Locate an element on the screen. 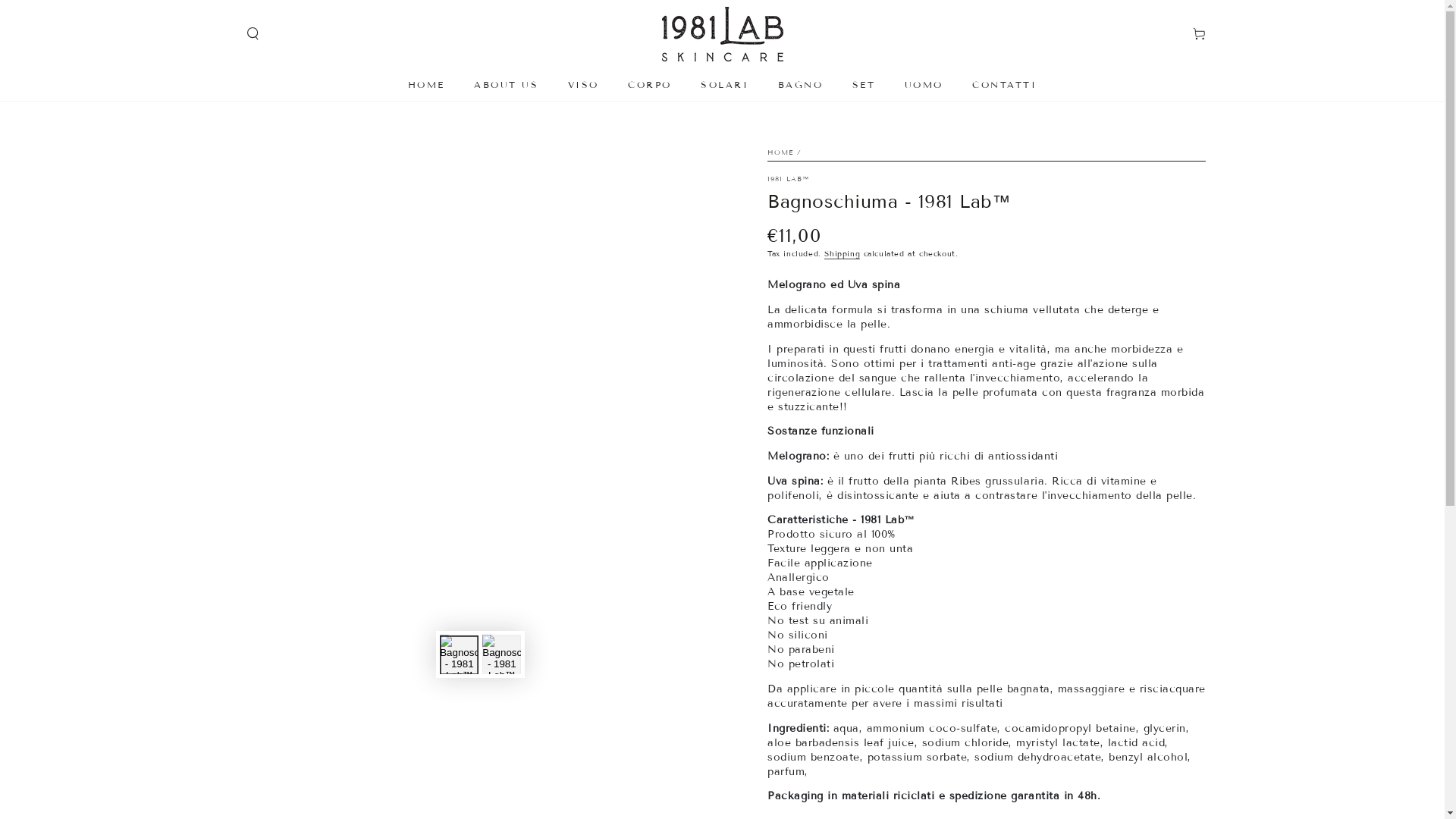 This screenshot has width=1456, height=819. 'UOMO' is located at coordinates (923, 84).